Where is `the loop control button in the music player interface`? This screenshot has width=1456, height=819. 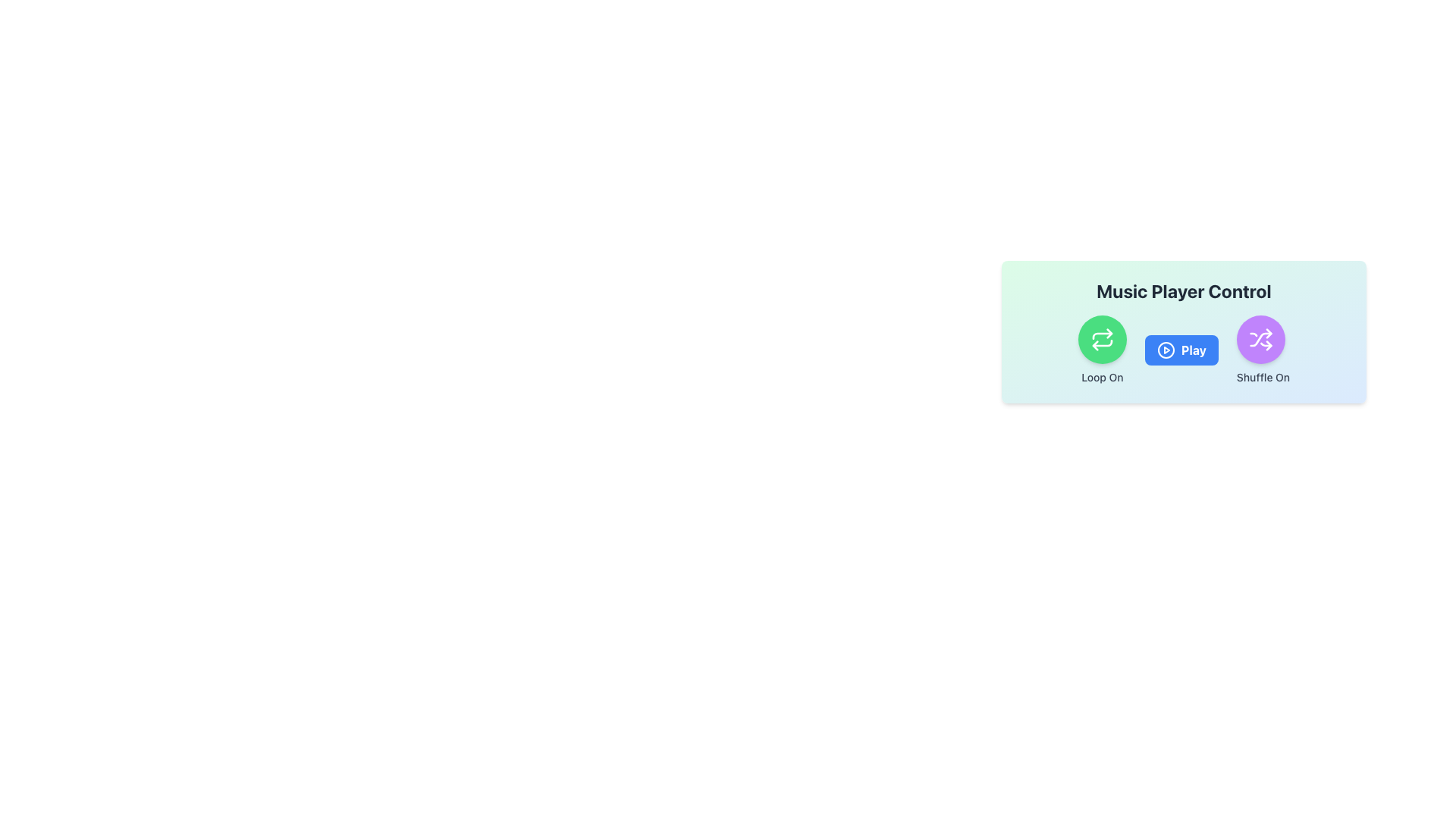
the loop control button in the music player interface is located at coordinates (1102, 338).